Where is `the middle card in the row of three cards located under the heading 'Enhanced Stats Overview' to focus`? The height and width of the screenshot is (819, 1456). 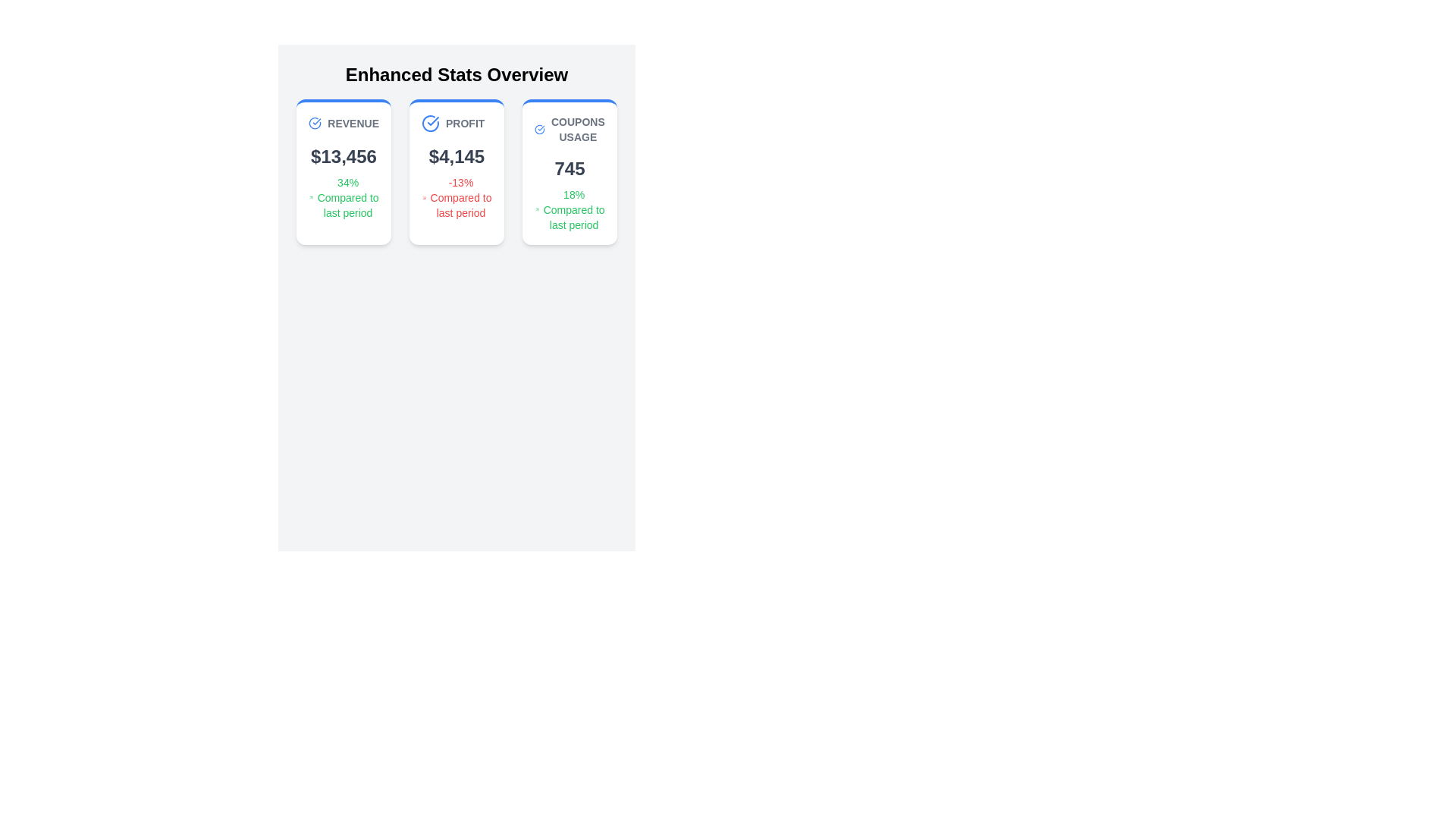 the middle card in the row of three cards located under the heading 'Enhanced Stats Overview' to focus is located at coordinates (456, 171).